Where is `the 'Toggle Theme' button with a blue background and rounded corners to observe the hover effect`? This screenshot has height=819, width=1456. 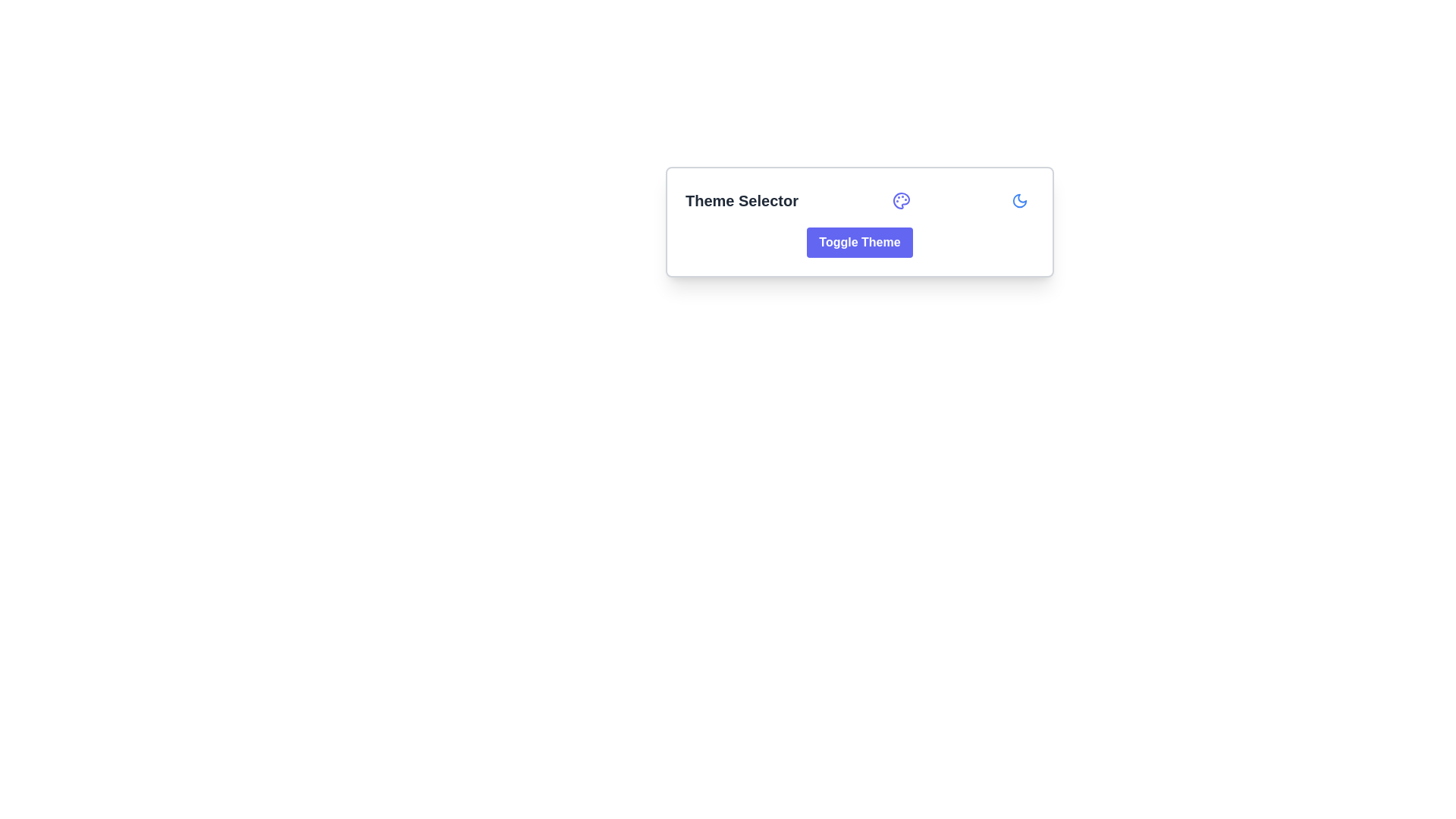
the 'Toggle Theme' button with a blue background and rounded corners to observe the hover effect is located at coordinates (859, 242).